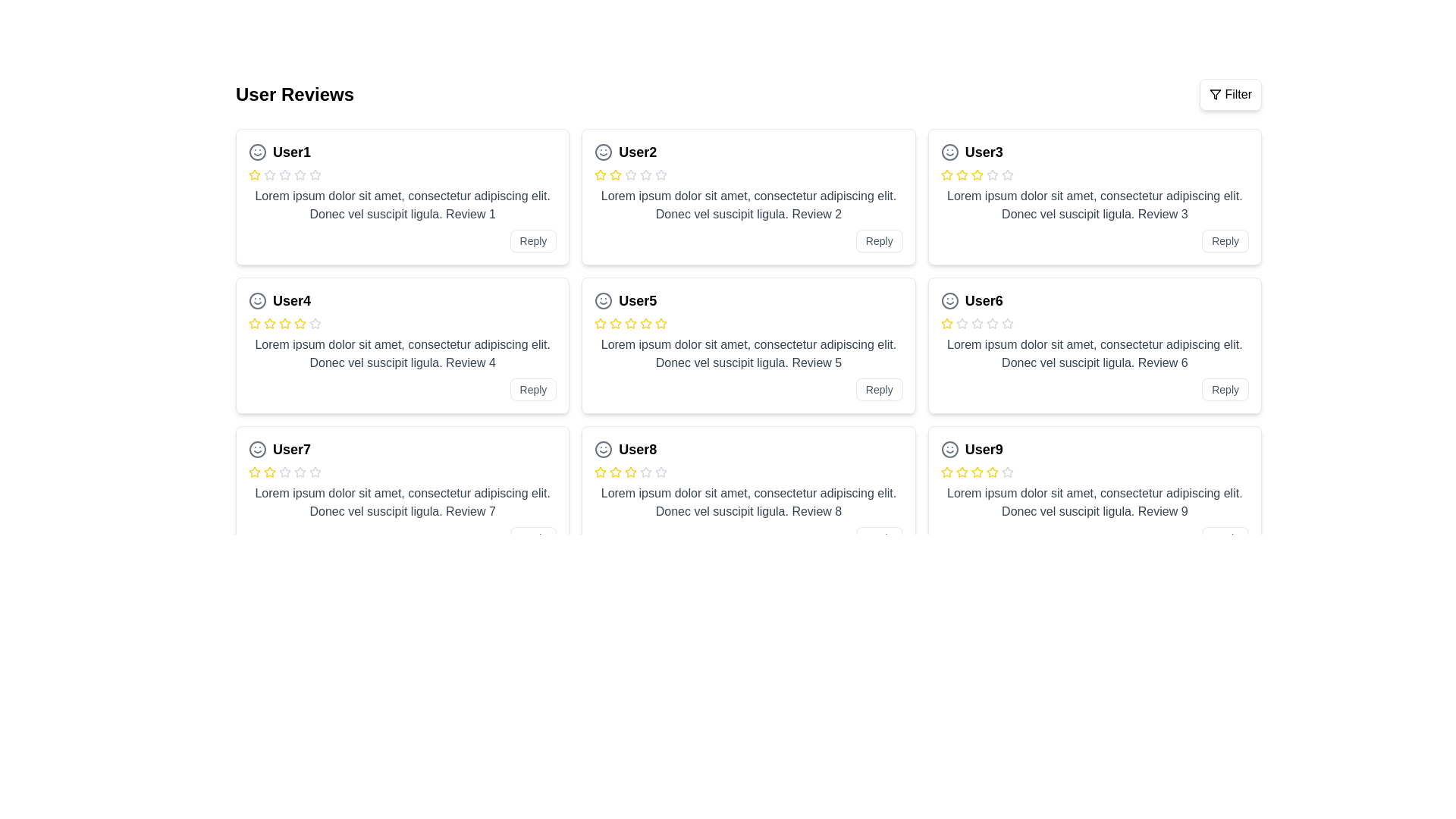 This screenshot has height=819, width=1456. Describe the element at coordinates (255, 471) in the screenshot. I see `the first yellow star icon in the rating system for User7's review` at that location.